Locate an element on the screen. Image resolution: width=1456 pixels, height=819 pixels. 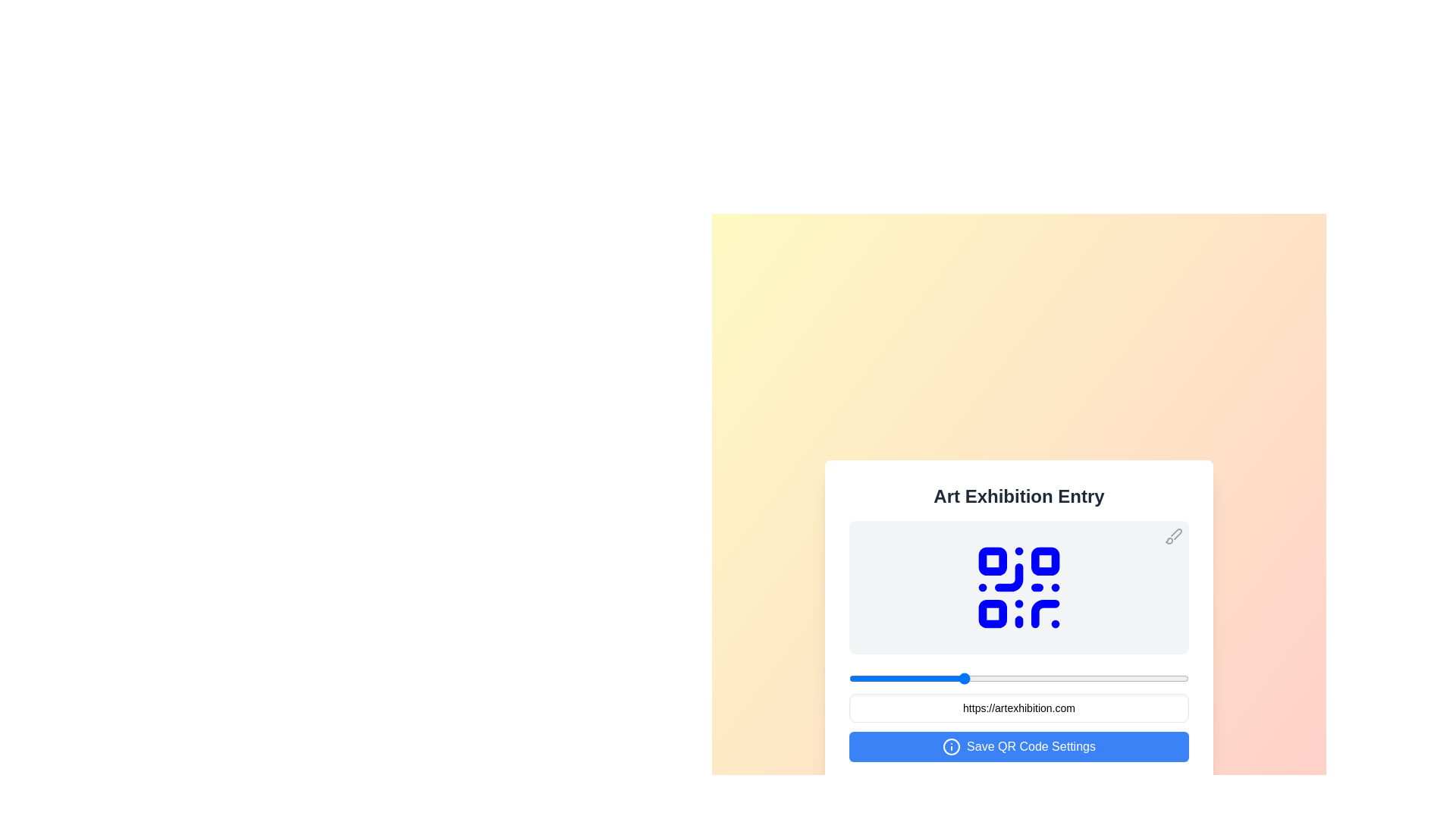
the slider input at the specified coordinates to set a value between 64 and 256 is located at coordinates (1019, 677).